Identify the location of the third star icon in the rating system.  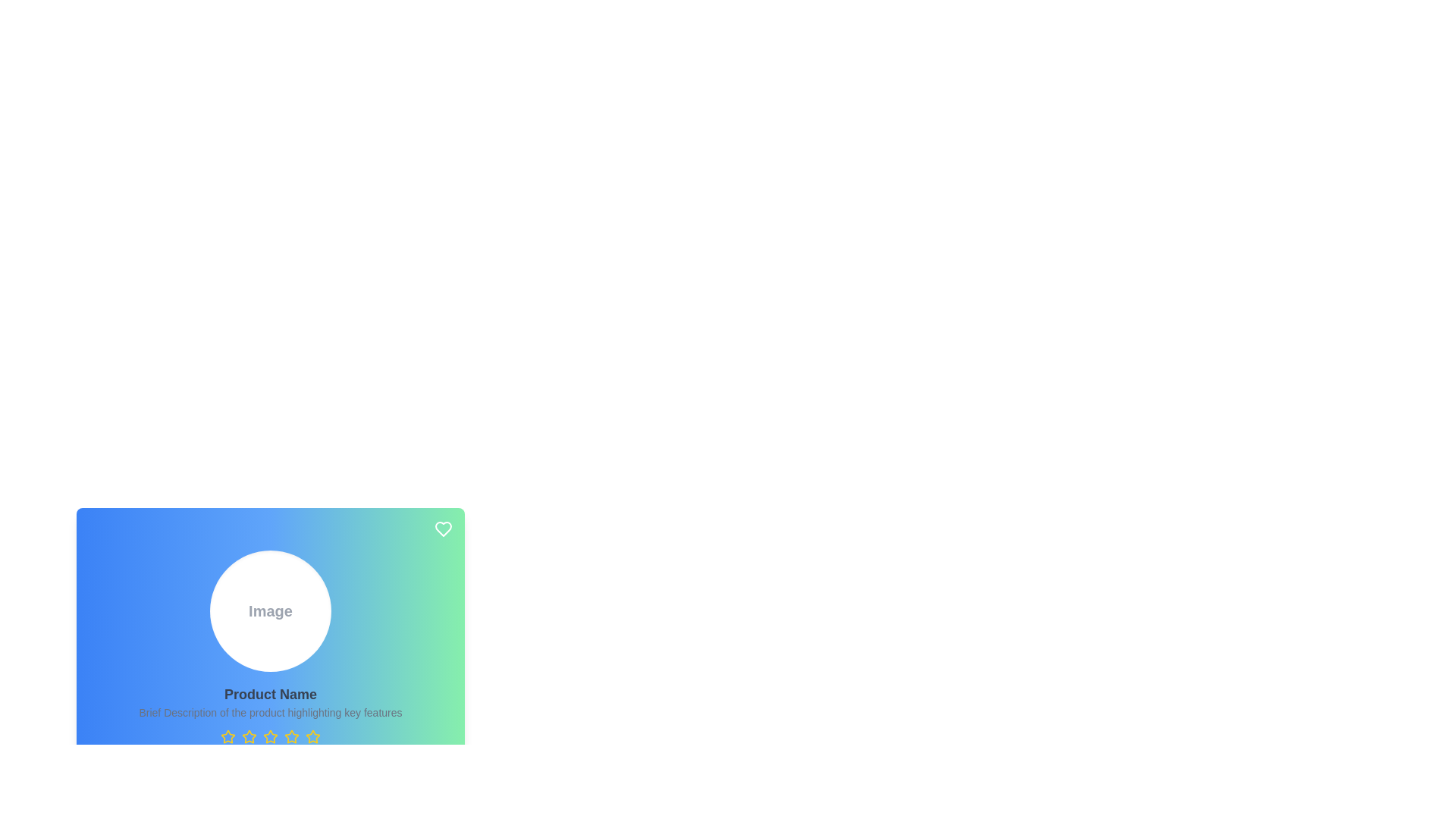
(249, 736).